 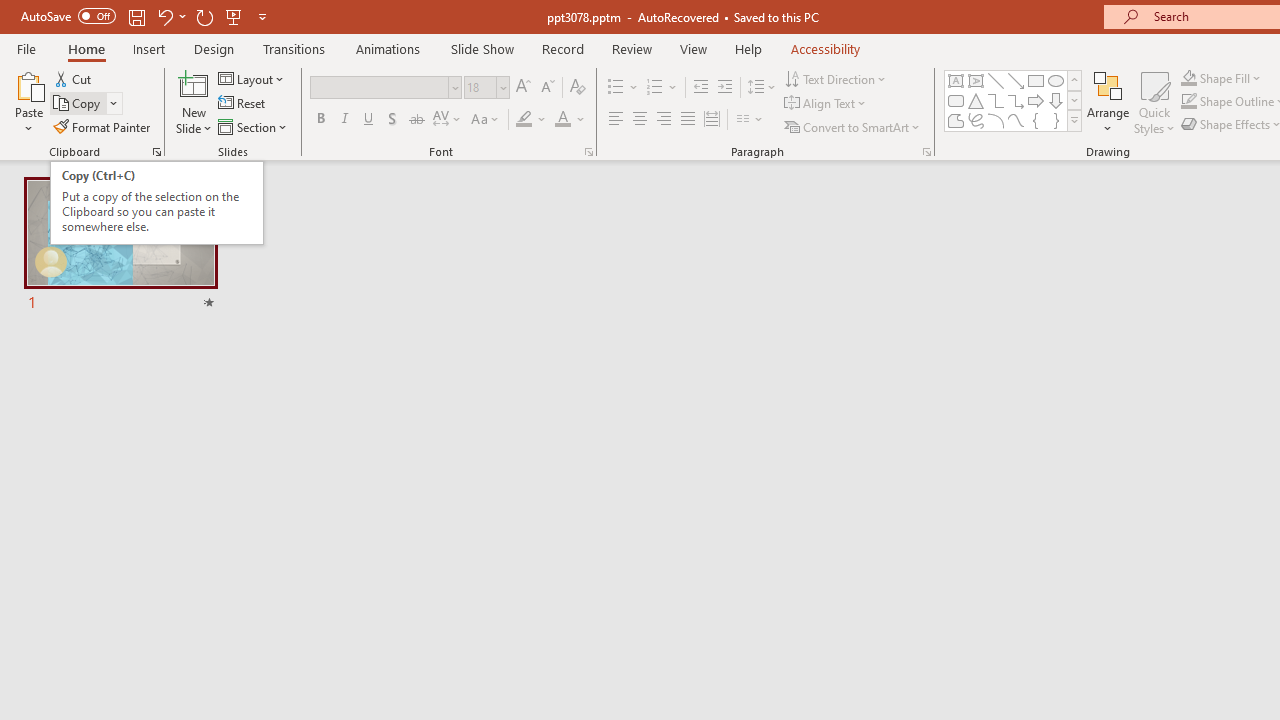 I want to click on 'Arrow: Right', so click(x=1036, y=100).